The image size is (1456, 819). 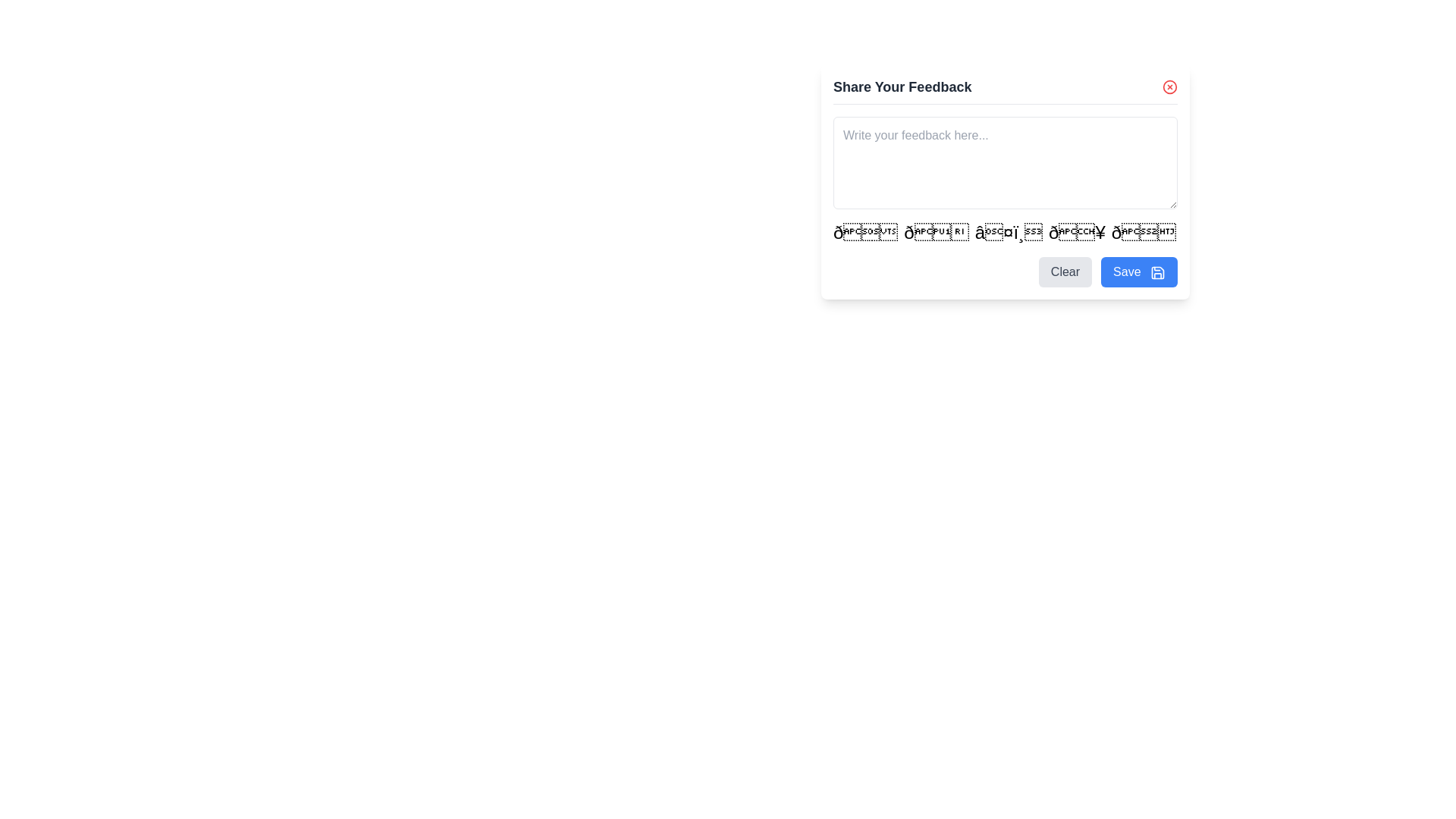 What do you see at coordinates (1139, 271) in the screenshot?
I see `the 'Save' button with a blue background and white text, located in the bottom-right area of the 'Share Your Feedback' modal, to change its shade` at bounding box center [1139, 271].